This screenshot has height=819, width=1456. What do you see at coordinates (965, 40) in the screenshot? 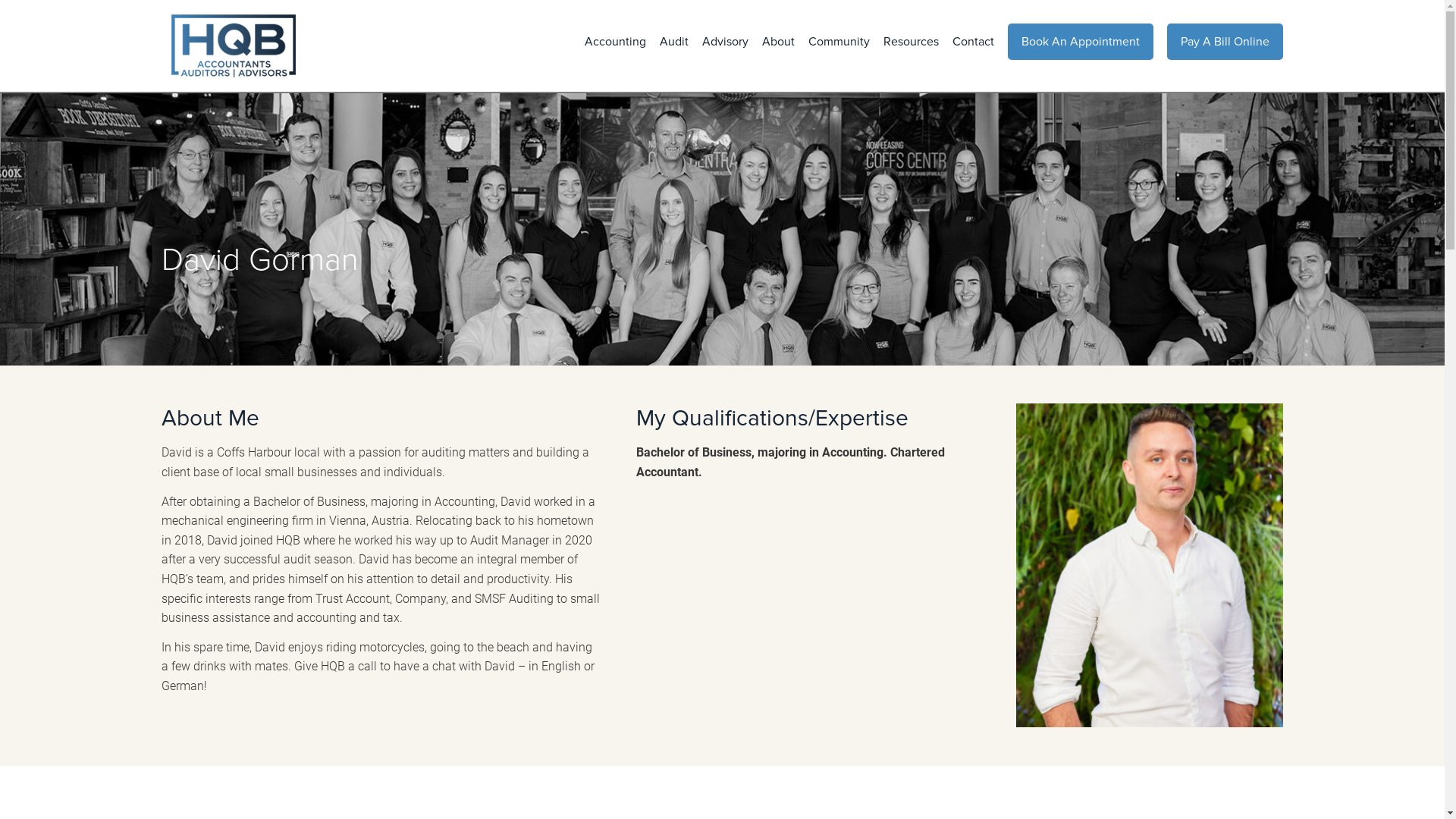
I see `'Contact'` at bounding box center [965, 40].